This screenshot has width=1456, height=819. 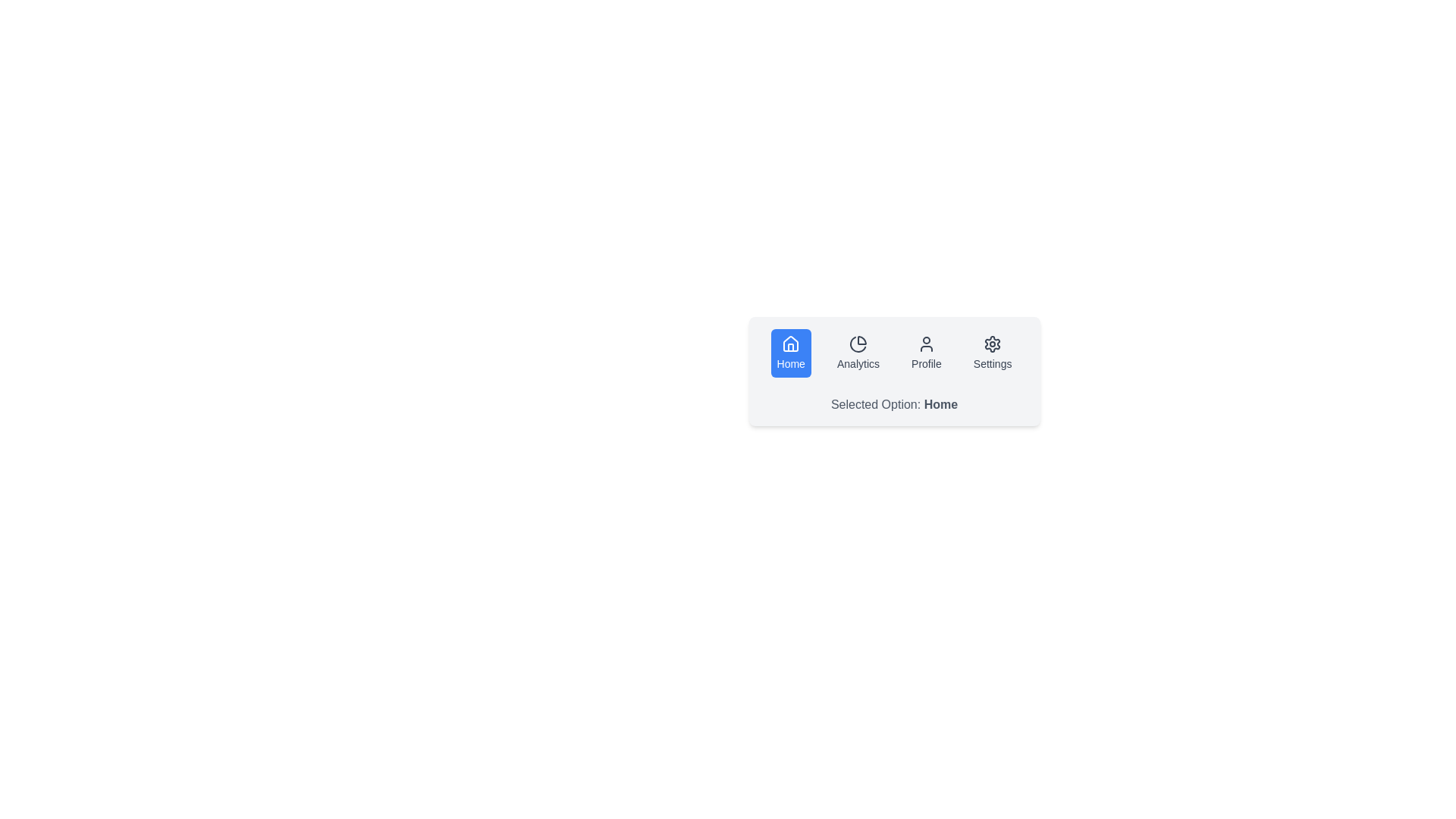 What do you see at coordinates (925, 363) in the screenshot?
I see `text label located under the third icon in the horizontal navigation menu, which indicates the user profile section` at bounding box center [925, 363].